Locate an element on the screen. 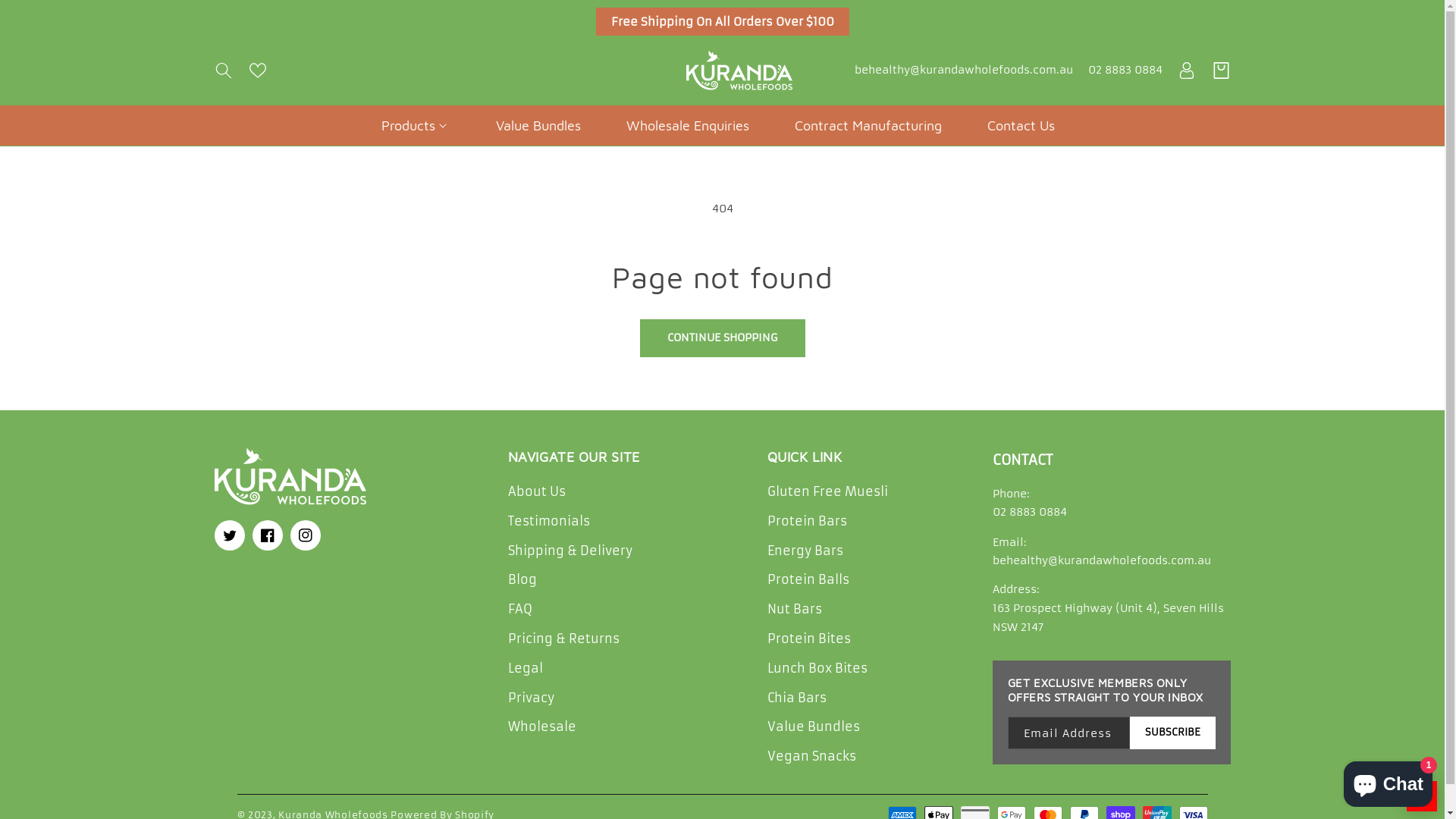 This screenshot has width=1456, height=819. 'FAQ' is located at coordinates (520, 608).